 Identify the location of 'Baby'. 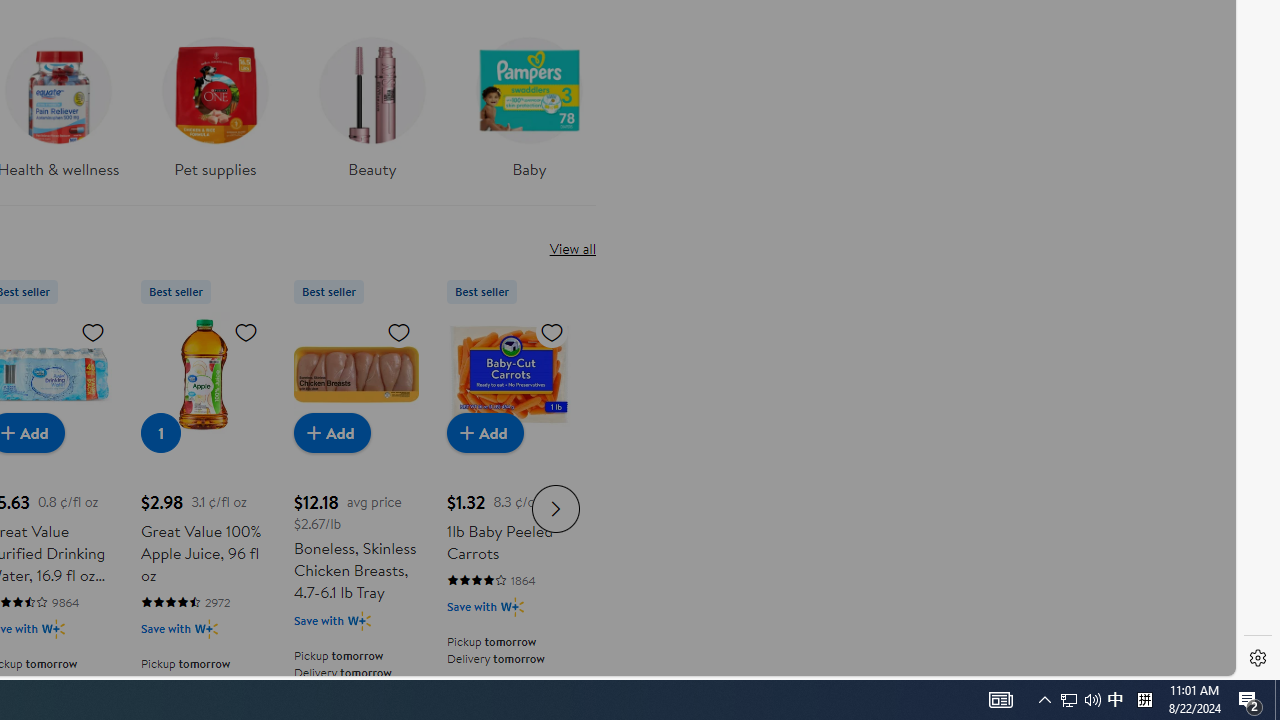
(529, 101).